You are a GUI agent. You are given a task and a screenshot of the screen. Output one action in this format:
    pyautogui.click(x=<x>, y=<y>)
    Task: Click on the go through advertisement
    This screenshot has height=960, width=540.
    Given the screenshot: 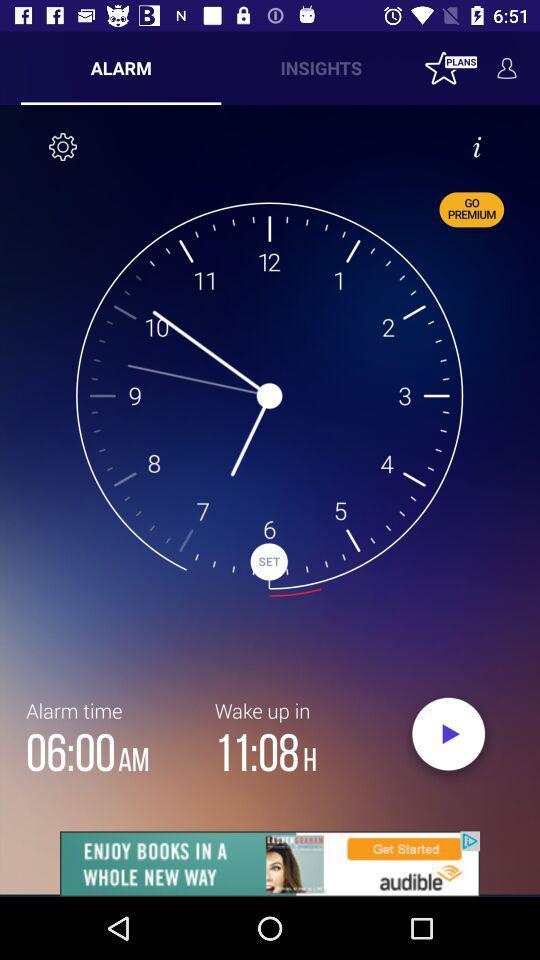 What is the action you would take?
    pyautogui.click(x=270, y=863)
    